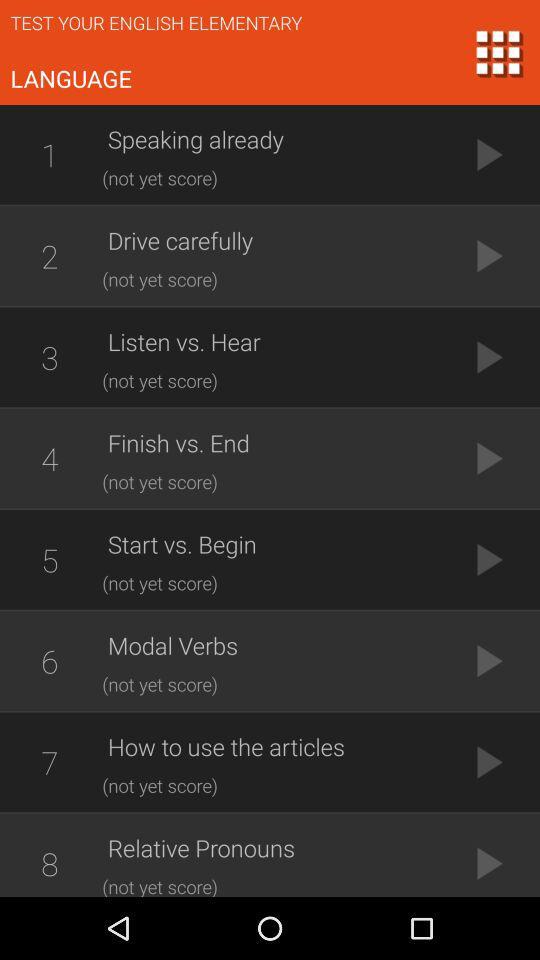 The height and width of the screenshot is (960, 540). I want to click on return to main menu, so click(496, 51).